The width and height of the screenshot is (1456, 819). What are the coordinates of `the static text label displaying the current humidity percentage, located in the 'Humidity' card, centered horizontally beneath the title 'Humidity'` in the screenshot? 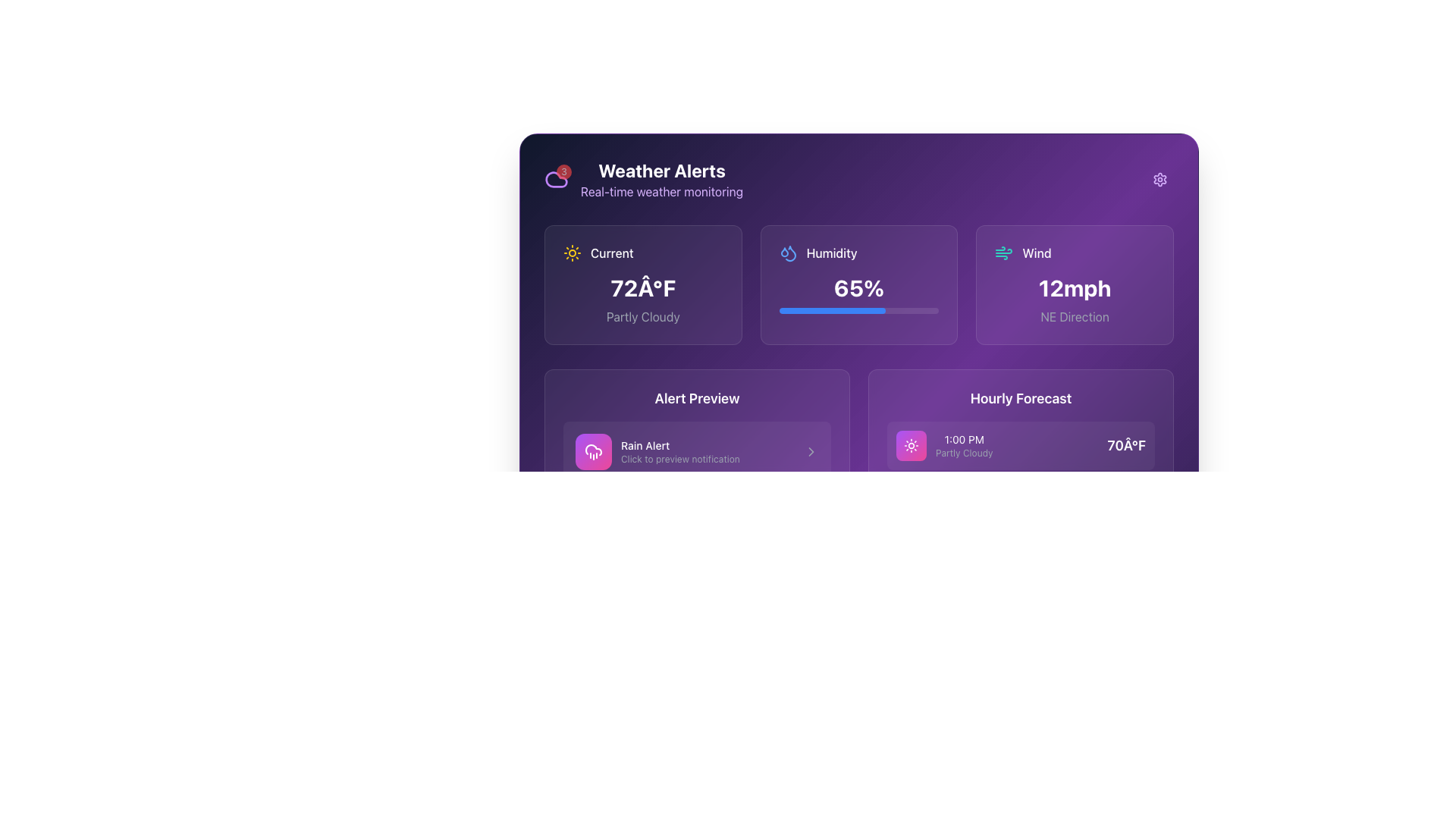 It's located at (858, 288).